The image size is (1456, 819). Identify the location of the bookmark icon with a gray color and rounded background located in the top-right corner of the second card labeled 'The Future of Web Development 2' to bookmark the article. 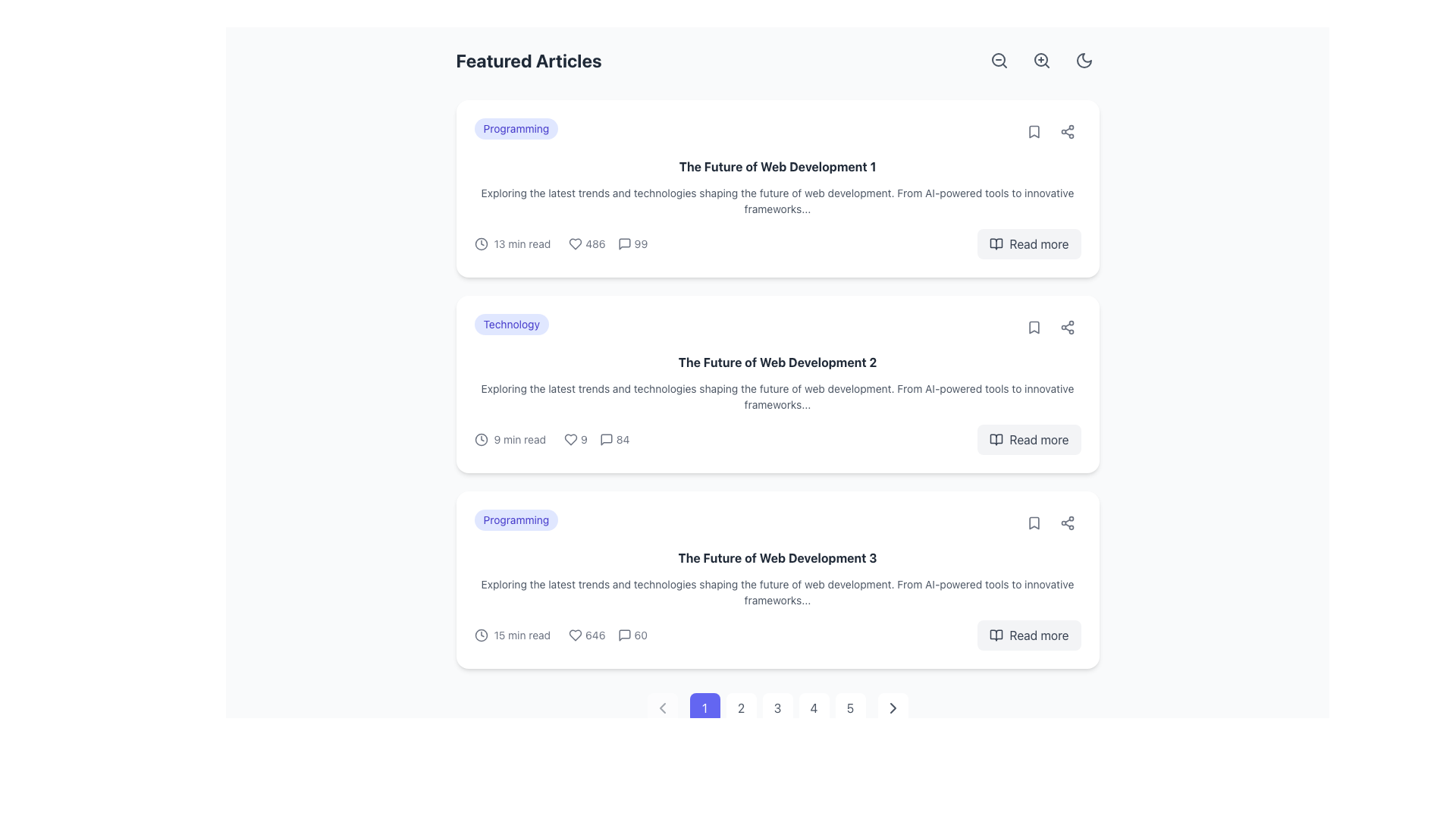
(1033, 327).